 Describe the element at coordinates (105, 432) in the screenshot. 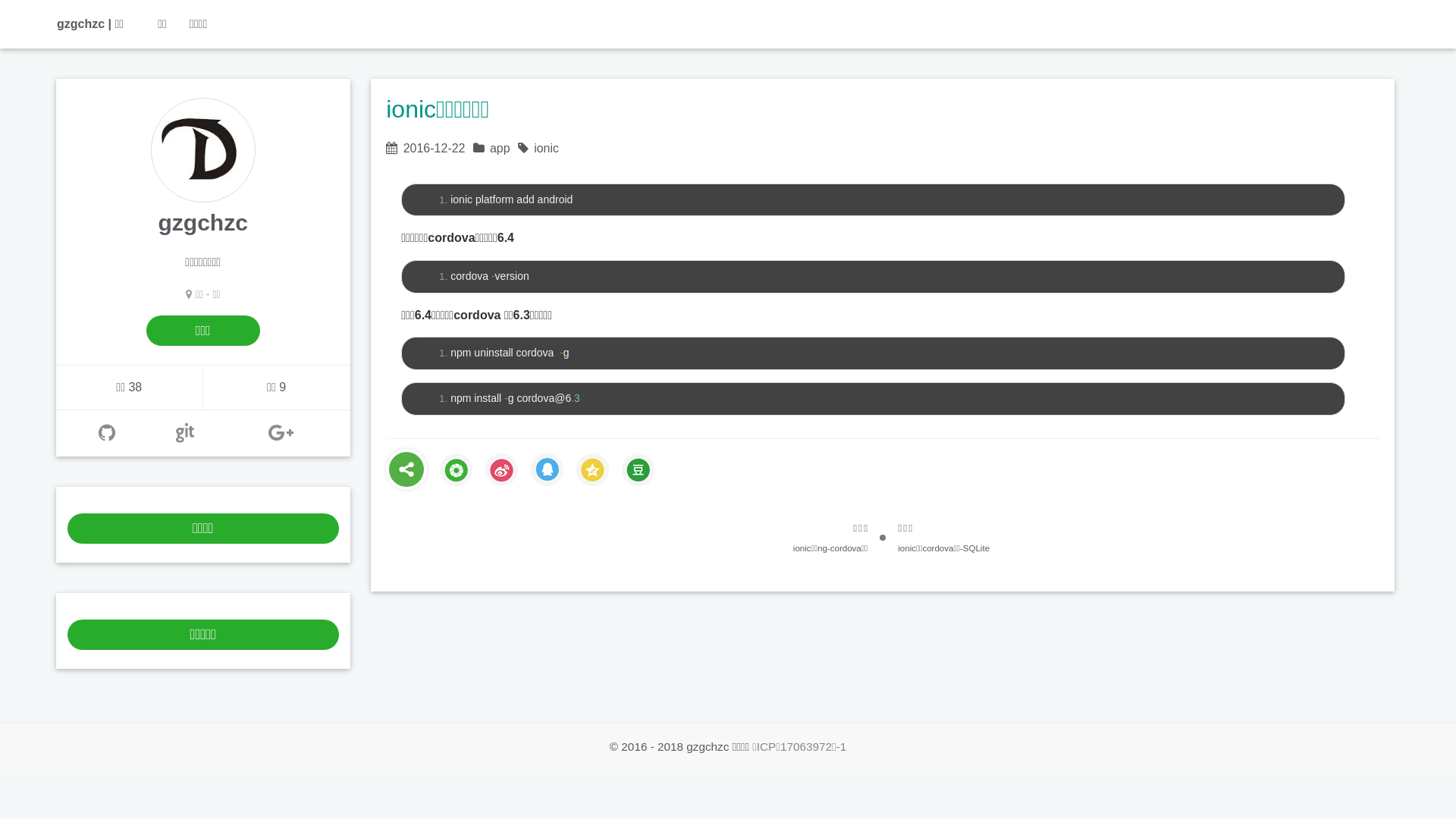

I see `'github'` at that location.